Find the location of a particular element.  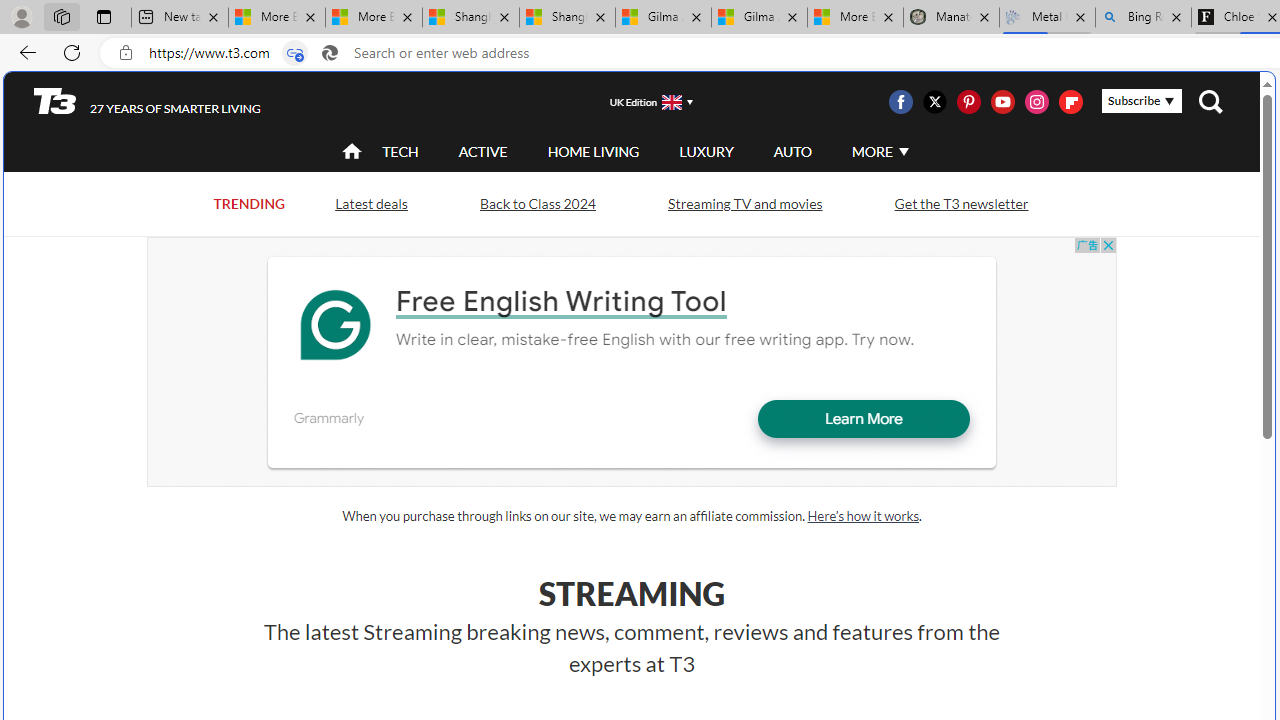

'HOME LIVING' is located at coordinates (592, 150).